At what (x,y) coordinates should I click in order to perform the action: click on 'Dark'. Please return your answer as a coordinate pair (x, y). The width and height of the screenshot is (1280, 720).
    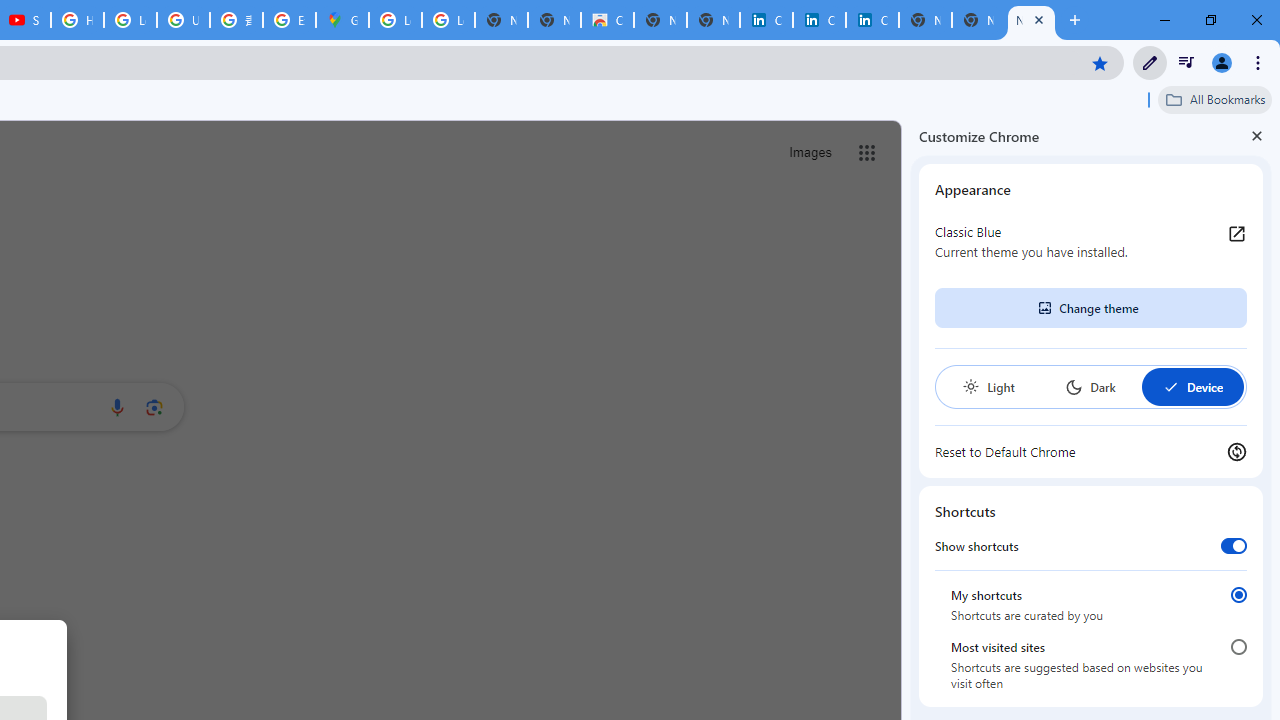
    Looking at the image, I should click on (1089, 387).